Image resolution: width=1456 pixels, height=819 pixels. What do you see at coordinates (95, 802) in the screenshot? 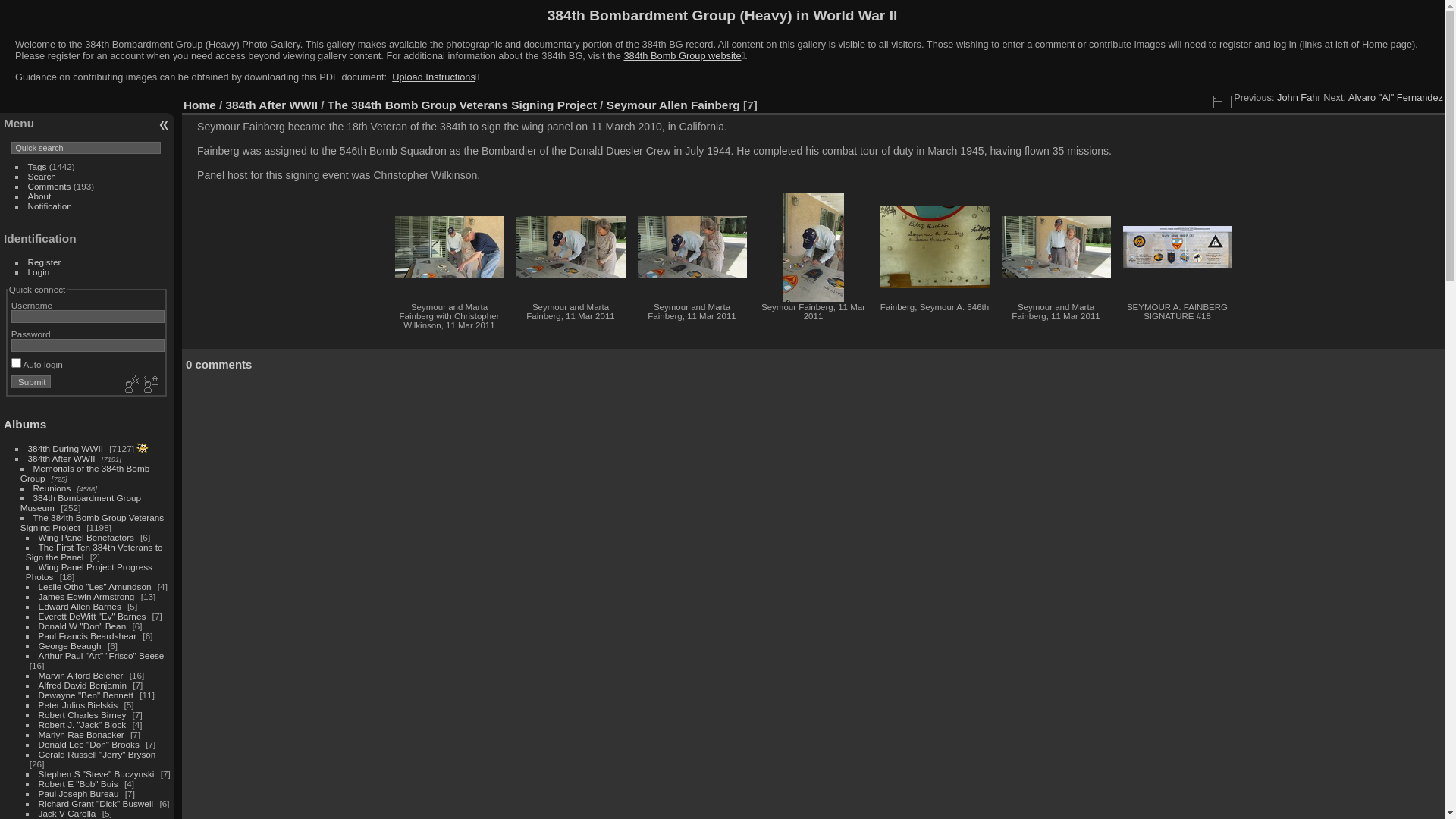
I see `'Richard Grant "Dick" Buswell'` at bounding box center [95, 802].